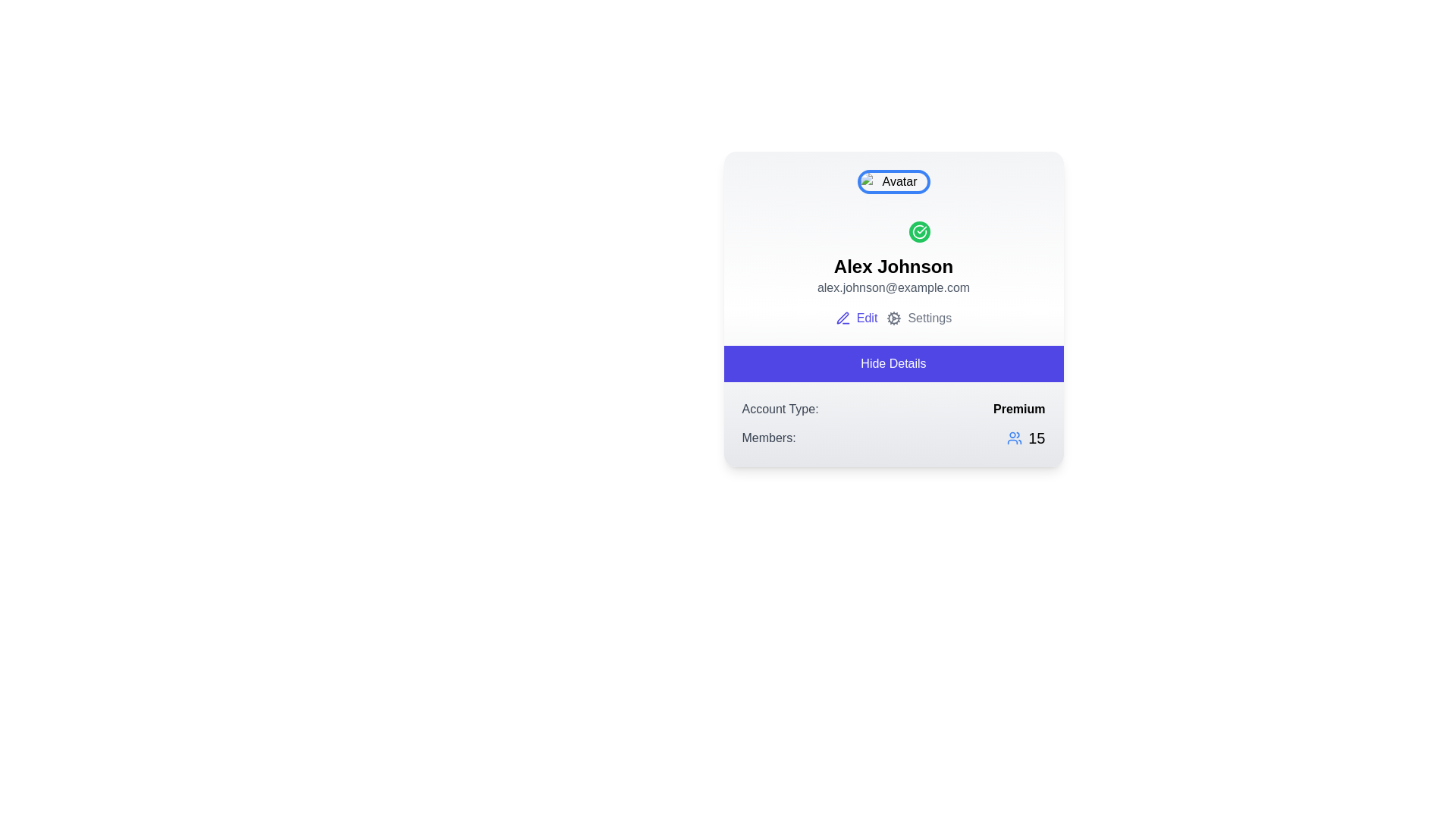  Describe the element at coordinates (893, 288) in the screenshot. I see `the text display element that shows the user's email address, located below the heading 'Alex Johnson' in the profile card` at that location.